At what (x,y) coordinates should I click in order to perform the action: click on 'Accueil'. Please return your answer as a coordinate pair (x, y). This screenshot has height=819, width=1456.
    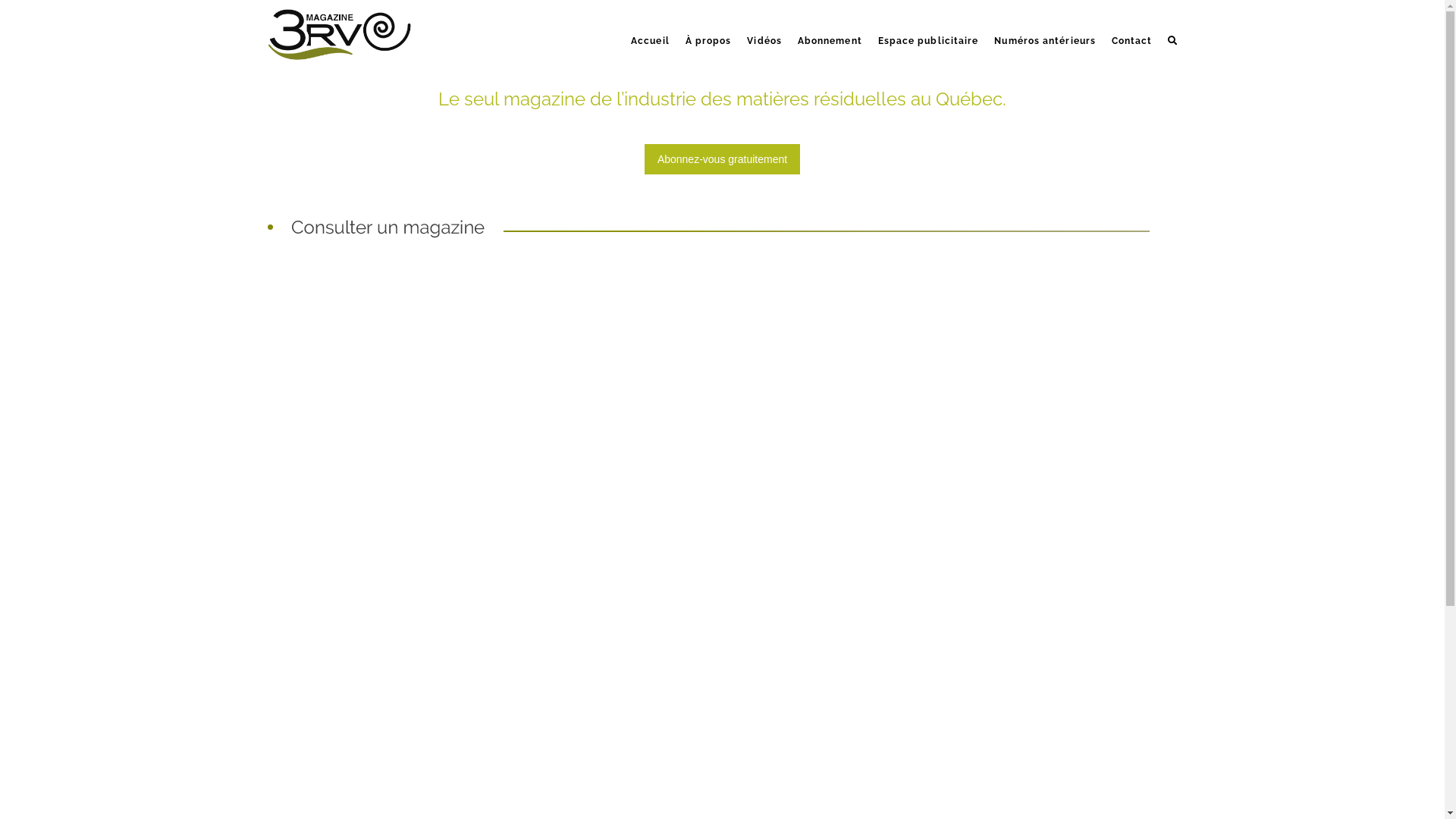
    Looking at the image, I should click on (650, 26).